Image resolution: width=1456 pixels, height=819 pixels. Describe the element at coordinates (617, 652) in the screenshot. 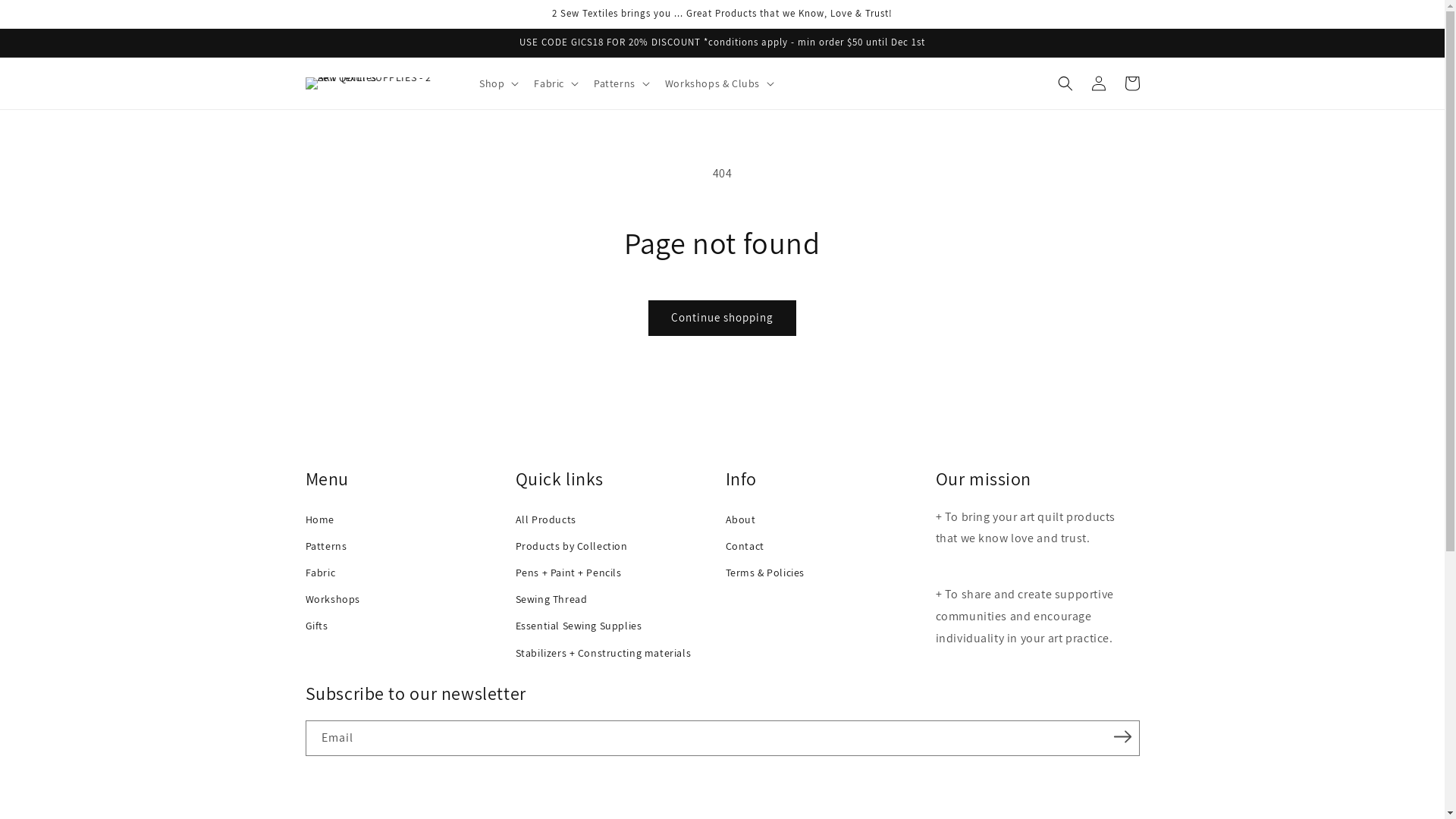

I see `'Stabilizers + Constructing materials'` at that location.